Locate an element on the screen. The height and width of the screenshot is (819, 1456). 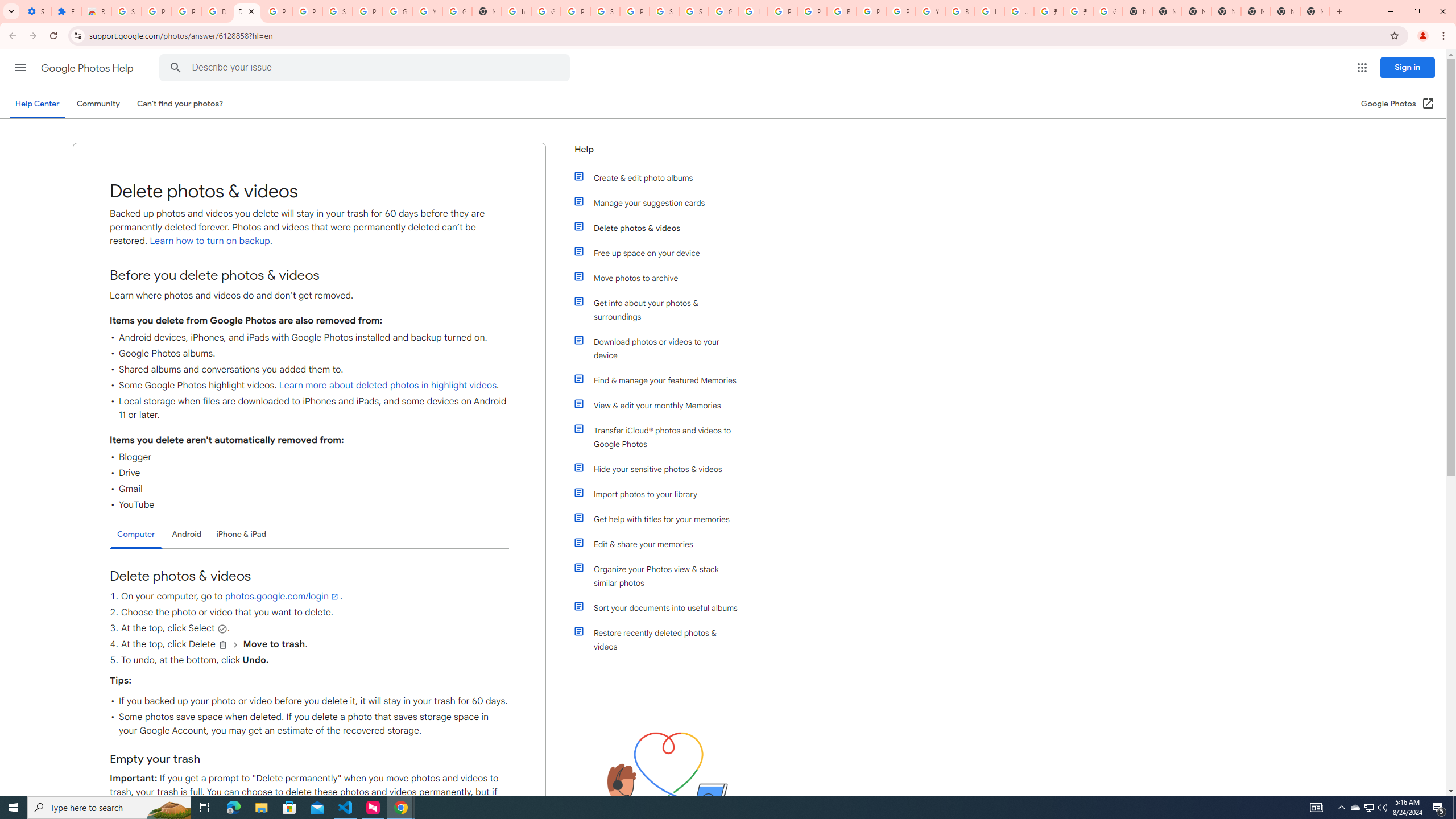
'photos.google.com/login' is located at coordinates (282, 597).